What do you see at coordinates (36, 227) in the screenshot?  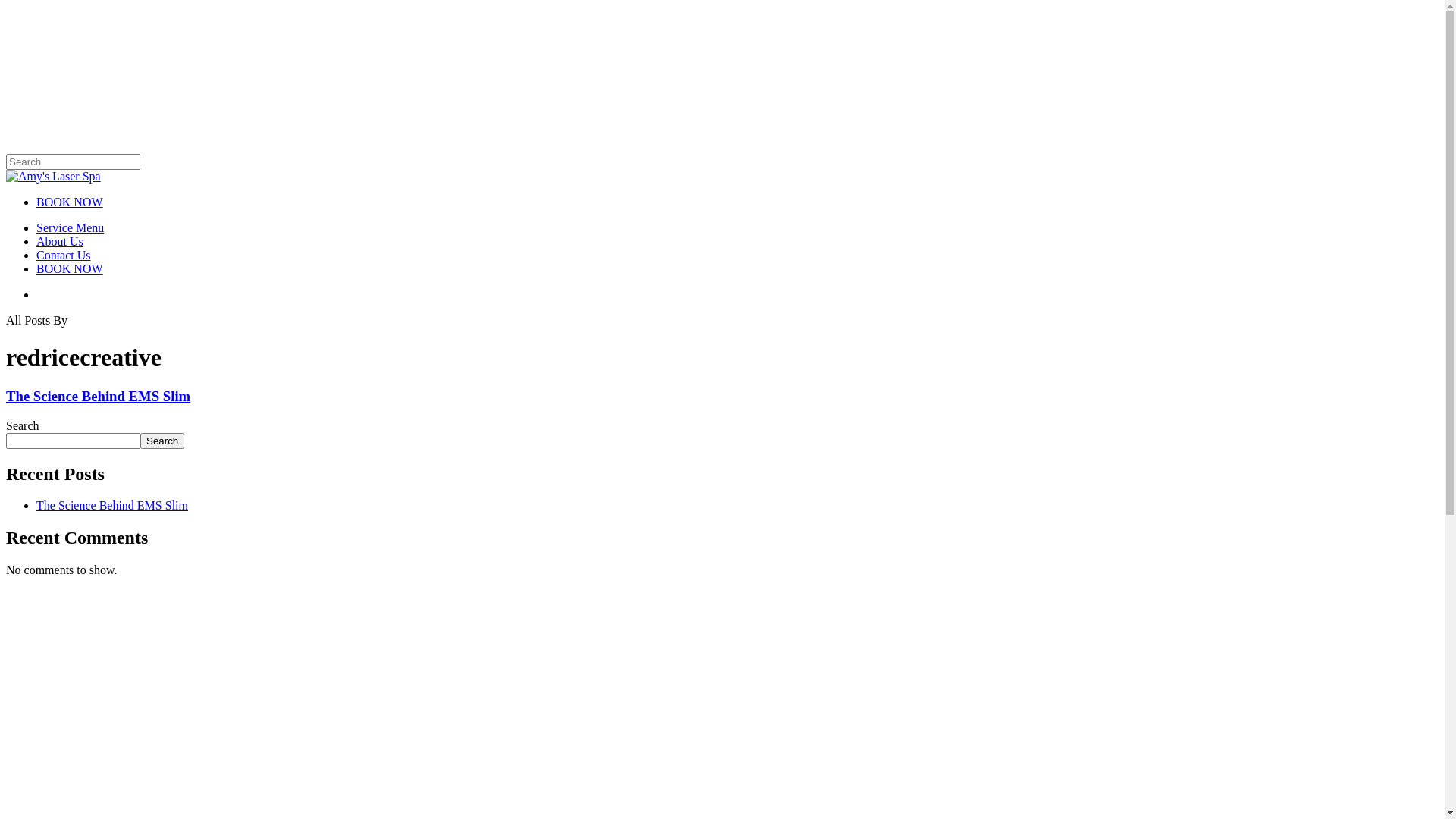 I see `'Service Menu'` at bounding box center [36, 227].